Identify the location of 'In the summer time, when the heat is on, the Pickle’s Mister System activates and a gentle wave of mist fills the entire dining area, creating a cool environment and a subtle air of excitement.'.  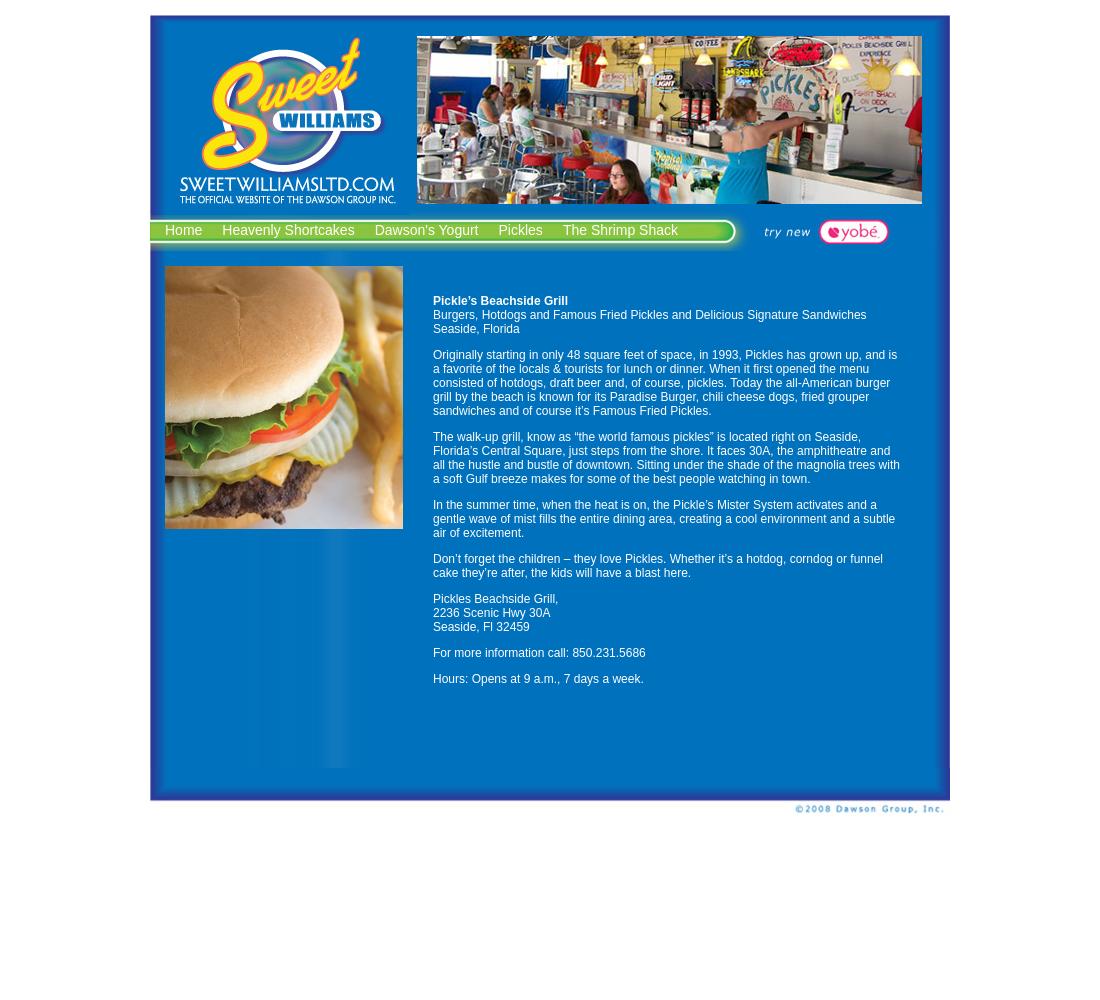
(663, 519).